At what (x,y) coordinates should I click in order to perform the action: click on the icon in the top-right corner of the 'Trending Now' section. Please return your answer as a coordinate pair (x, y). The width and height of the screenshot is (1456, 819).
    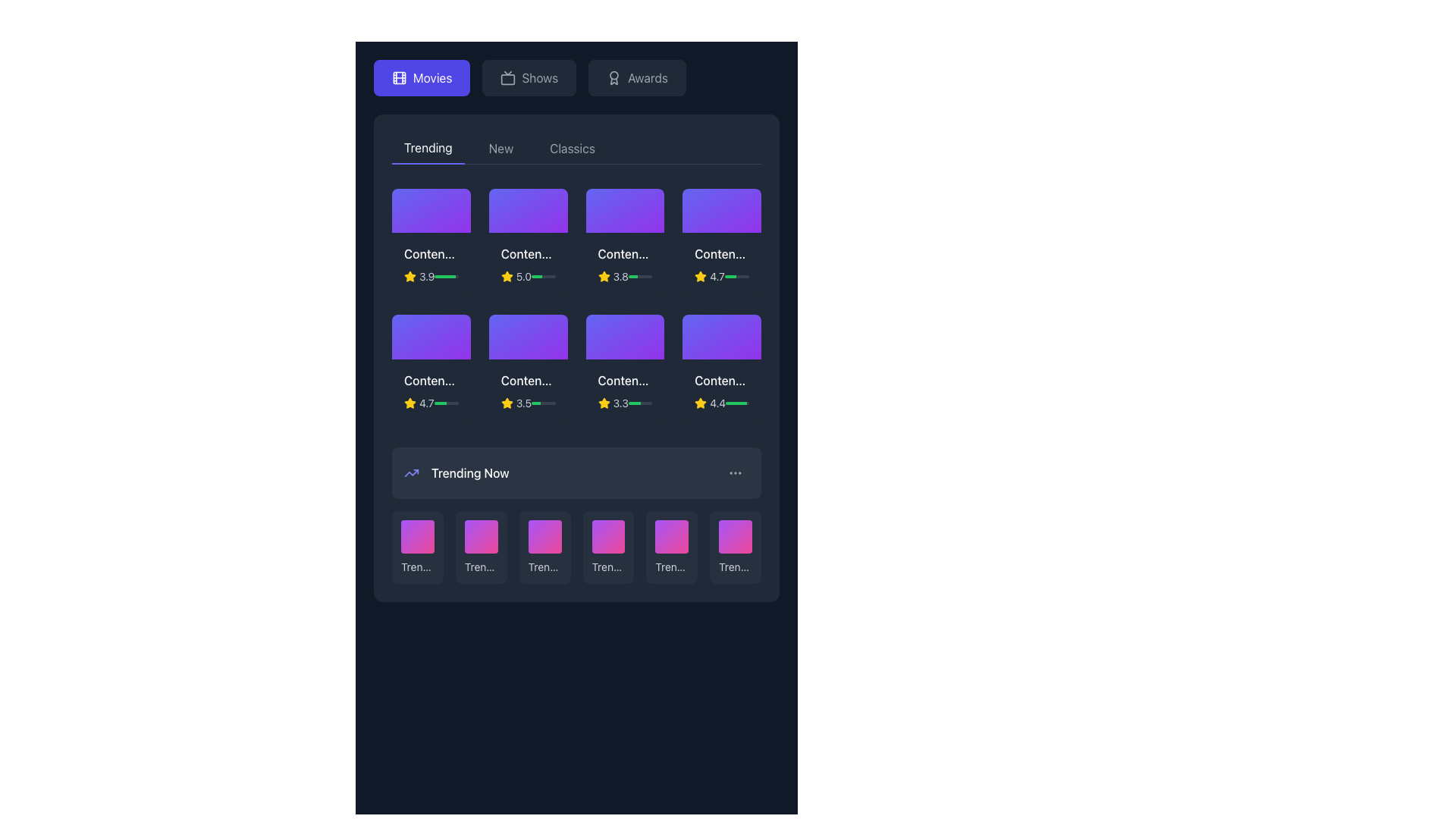
    Looking at the image, I should click on (735, 472).